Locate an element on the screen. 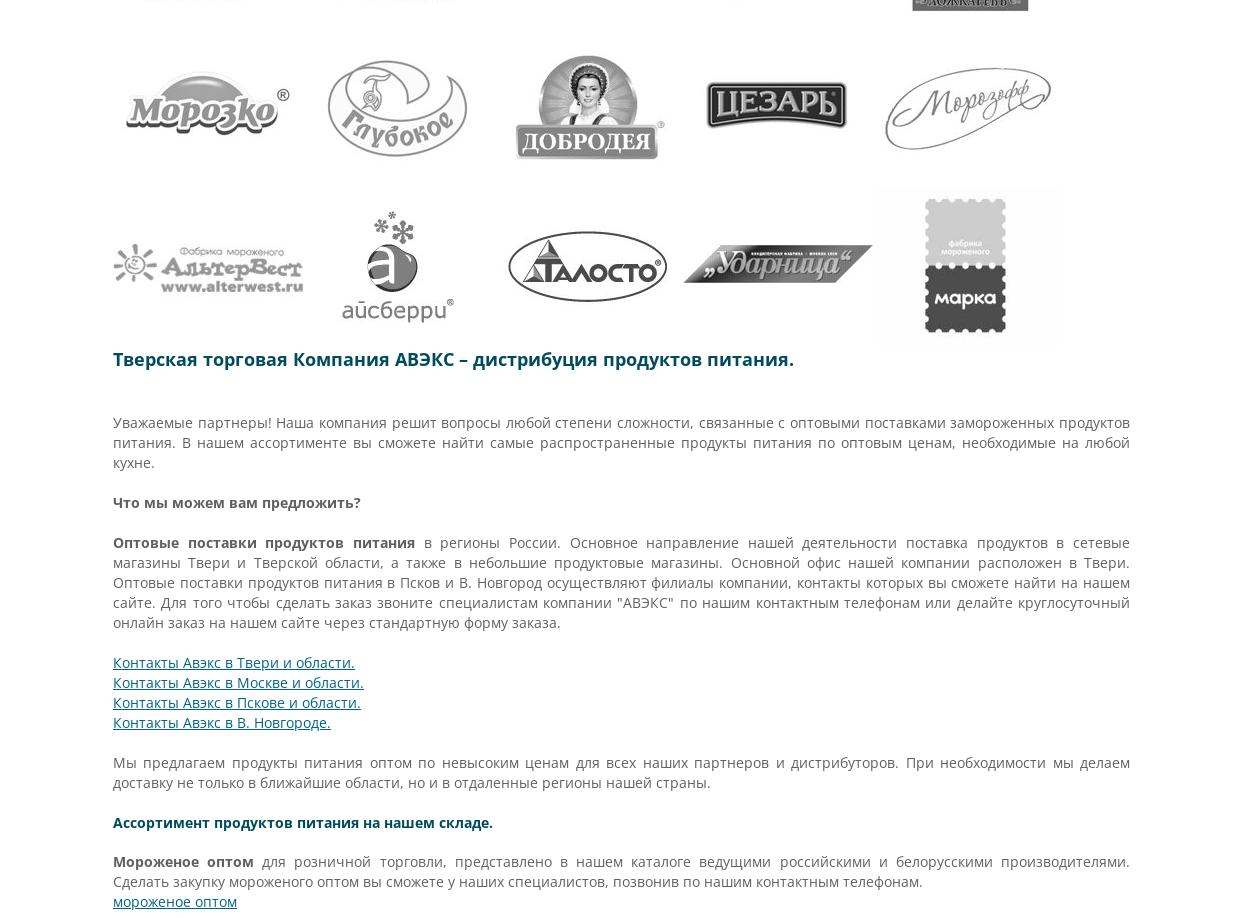 The height and width of the screenshot is (918, 1250). 'Контакты Авэкс в Твери и области.' is located at coordinates (233, 662).